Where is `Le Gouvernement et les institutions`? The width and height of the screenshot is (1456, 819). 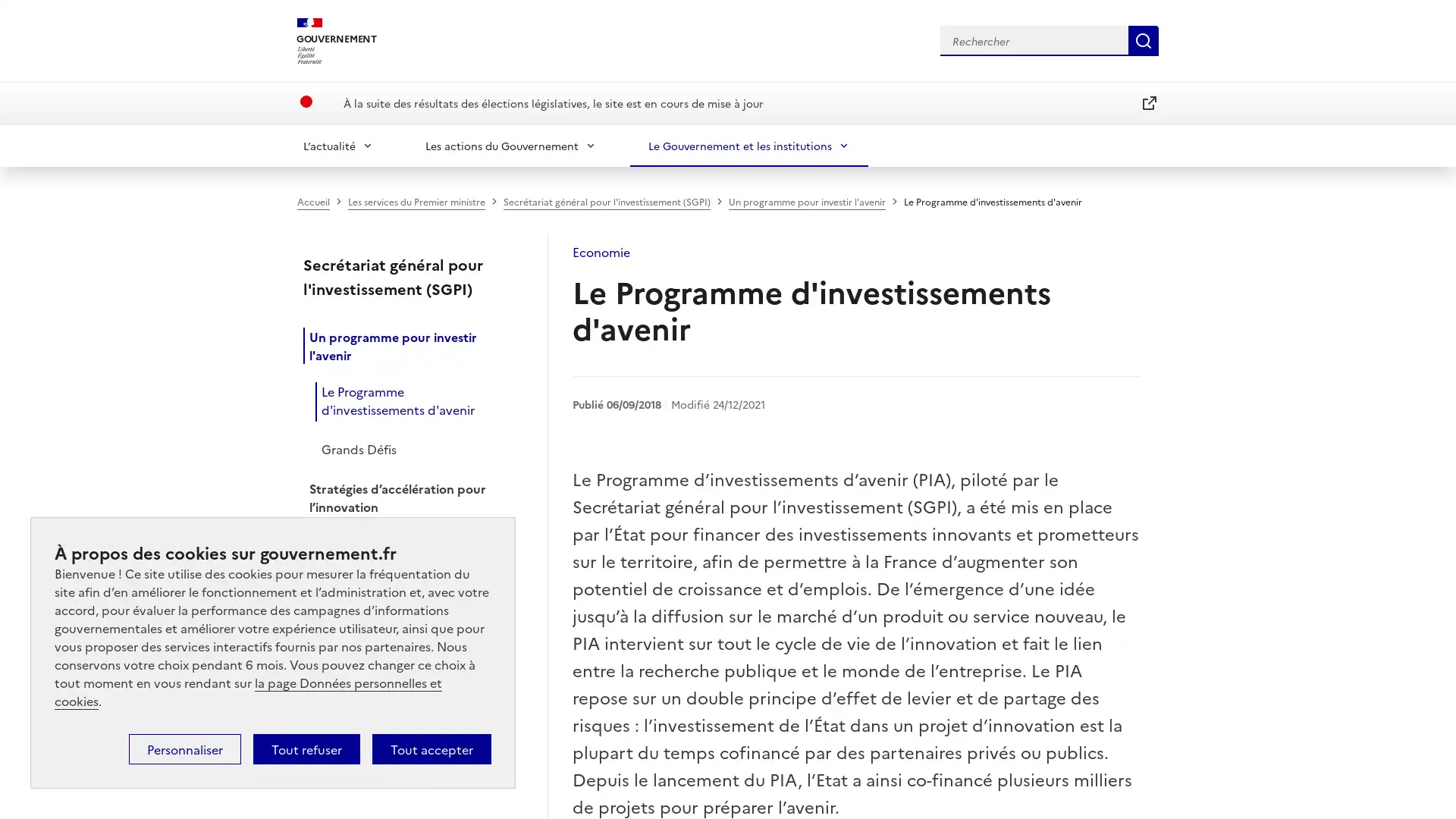 Le Gouvernement et les institutions is located at coordinates (749, 145).